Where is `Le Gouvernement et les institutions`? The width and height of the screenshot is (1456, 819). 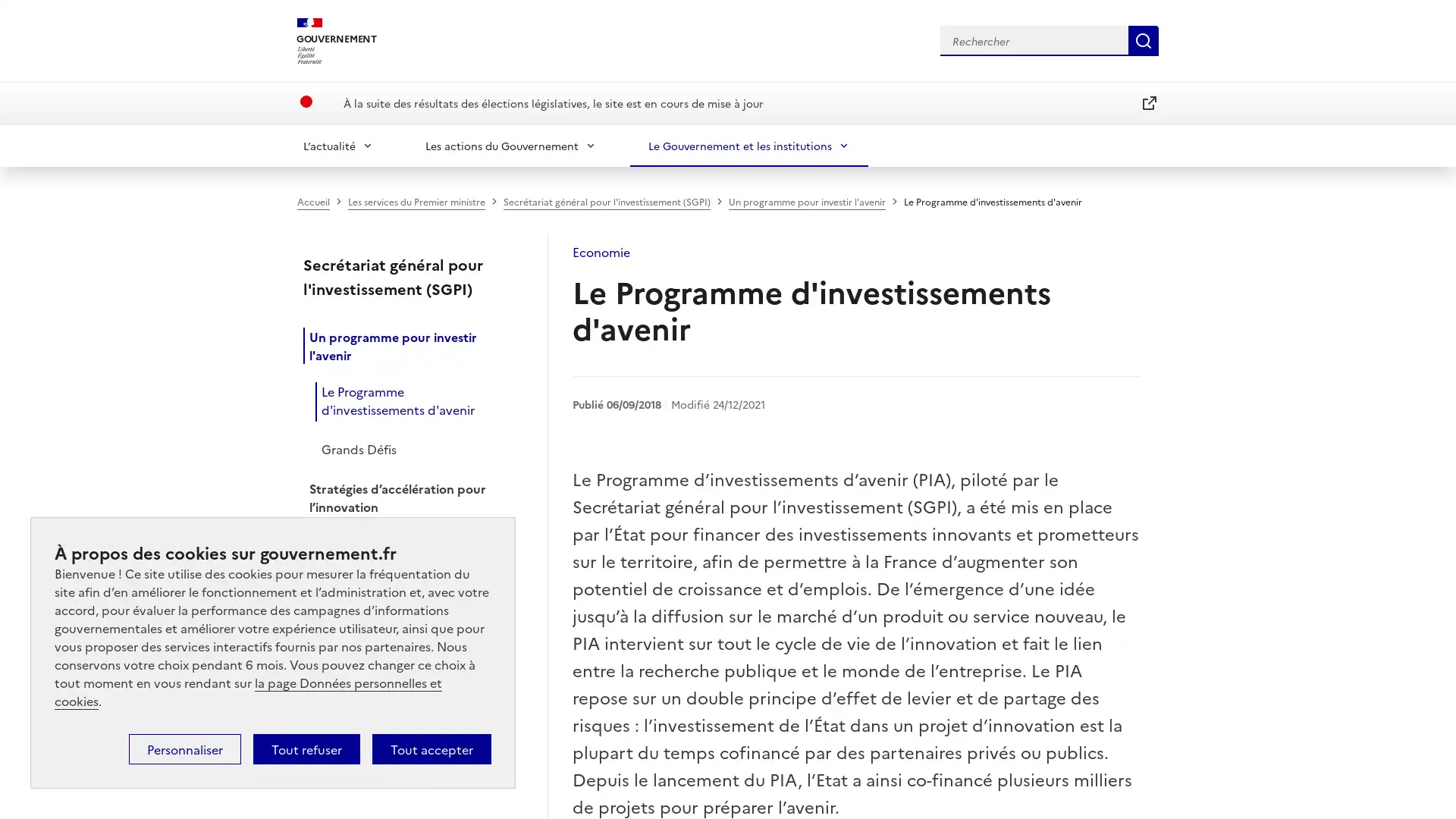 Le Gouvernement et les institutions is located at coordinates (749, 145).